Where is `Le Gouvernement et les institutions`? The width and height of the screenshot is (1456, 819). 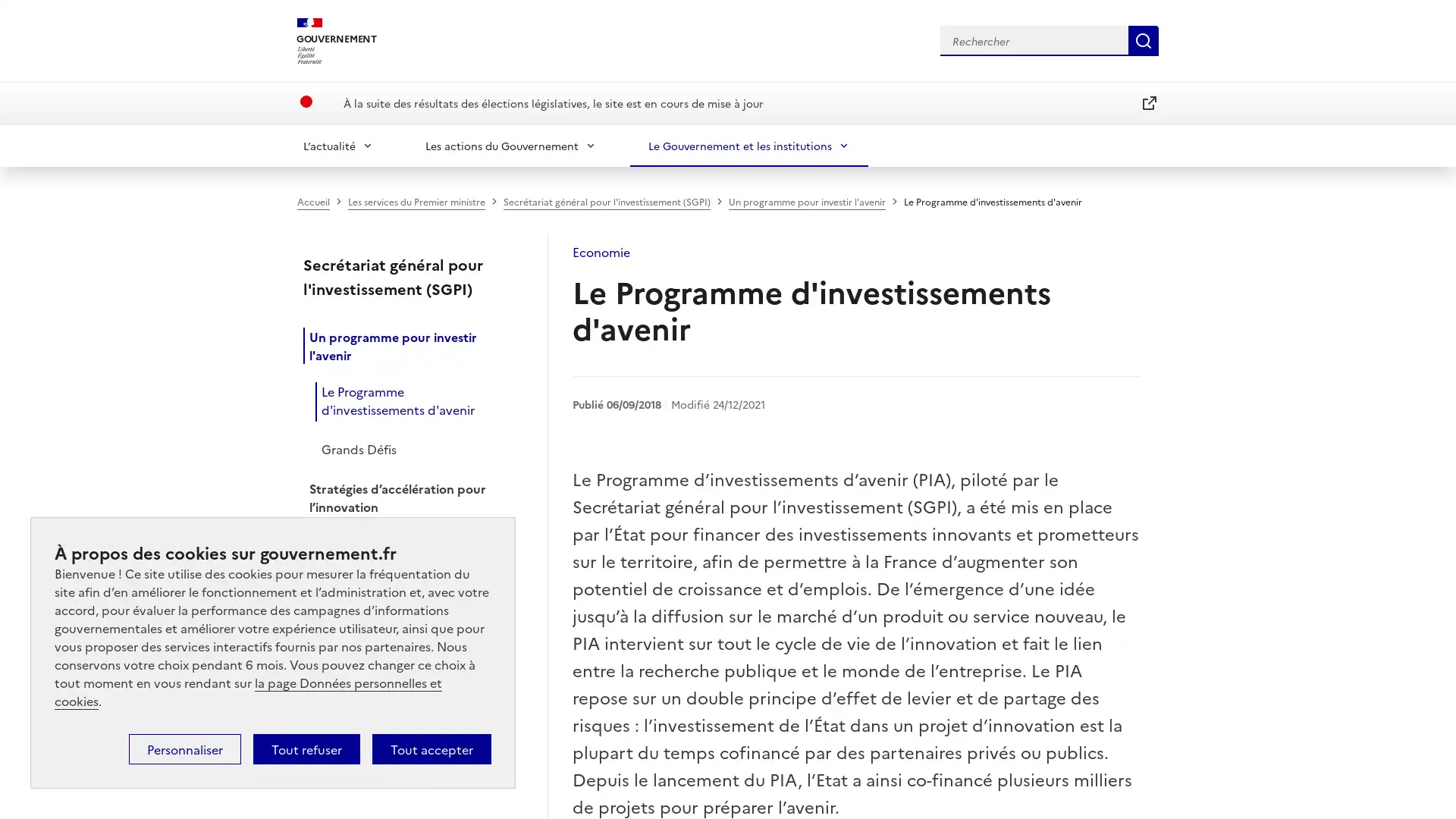 Le Gouvernement et les institutions is located at coordinates (749, 145).